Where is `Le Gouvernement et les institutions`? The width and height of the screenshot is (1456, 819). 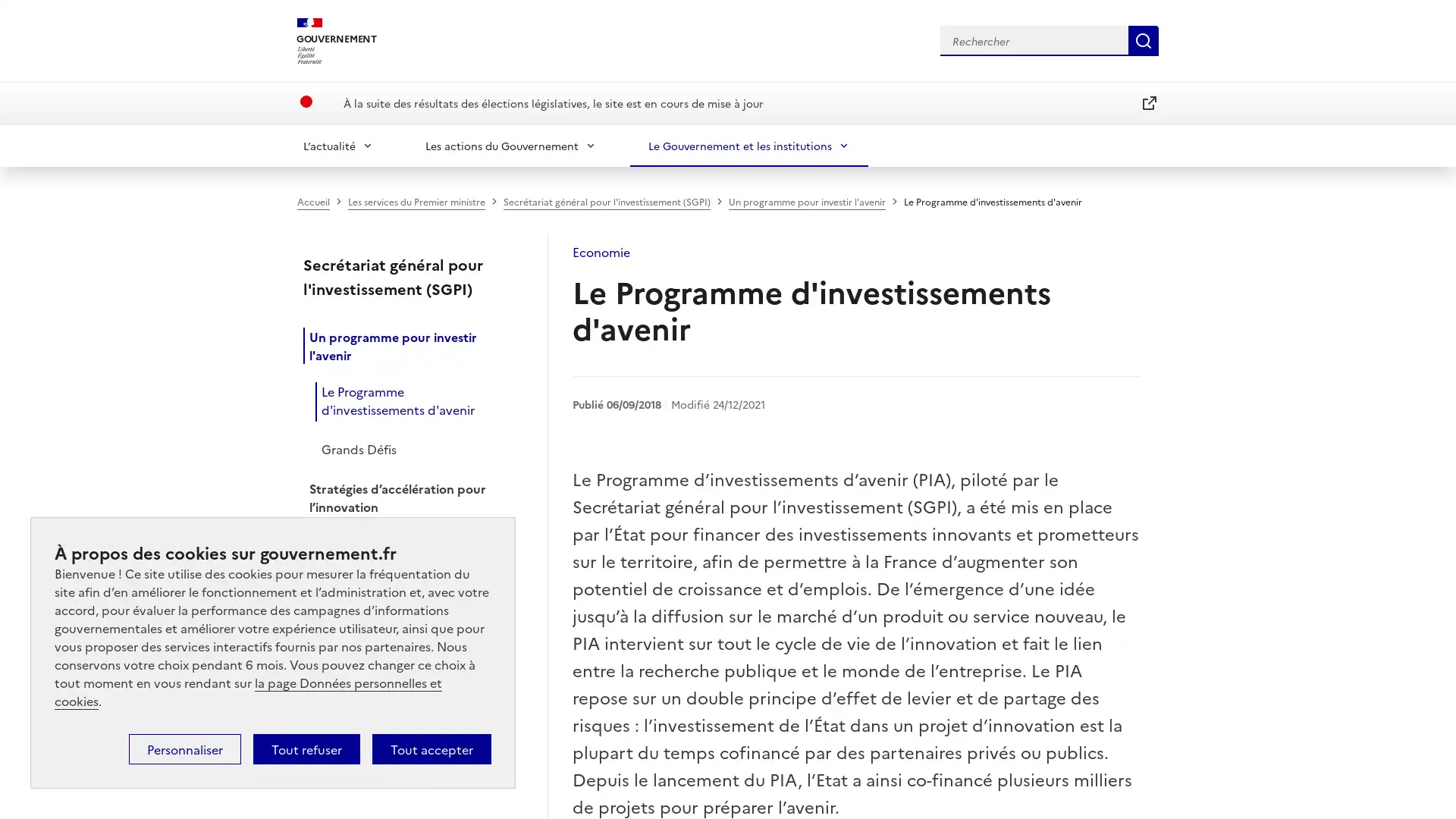 Le Gouvernement et les institutions is located at coordinates (749, 145).